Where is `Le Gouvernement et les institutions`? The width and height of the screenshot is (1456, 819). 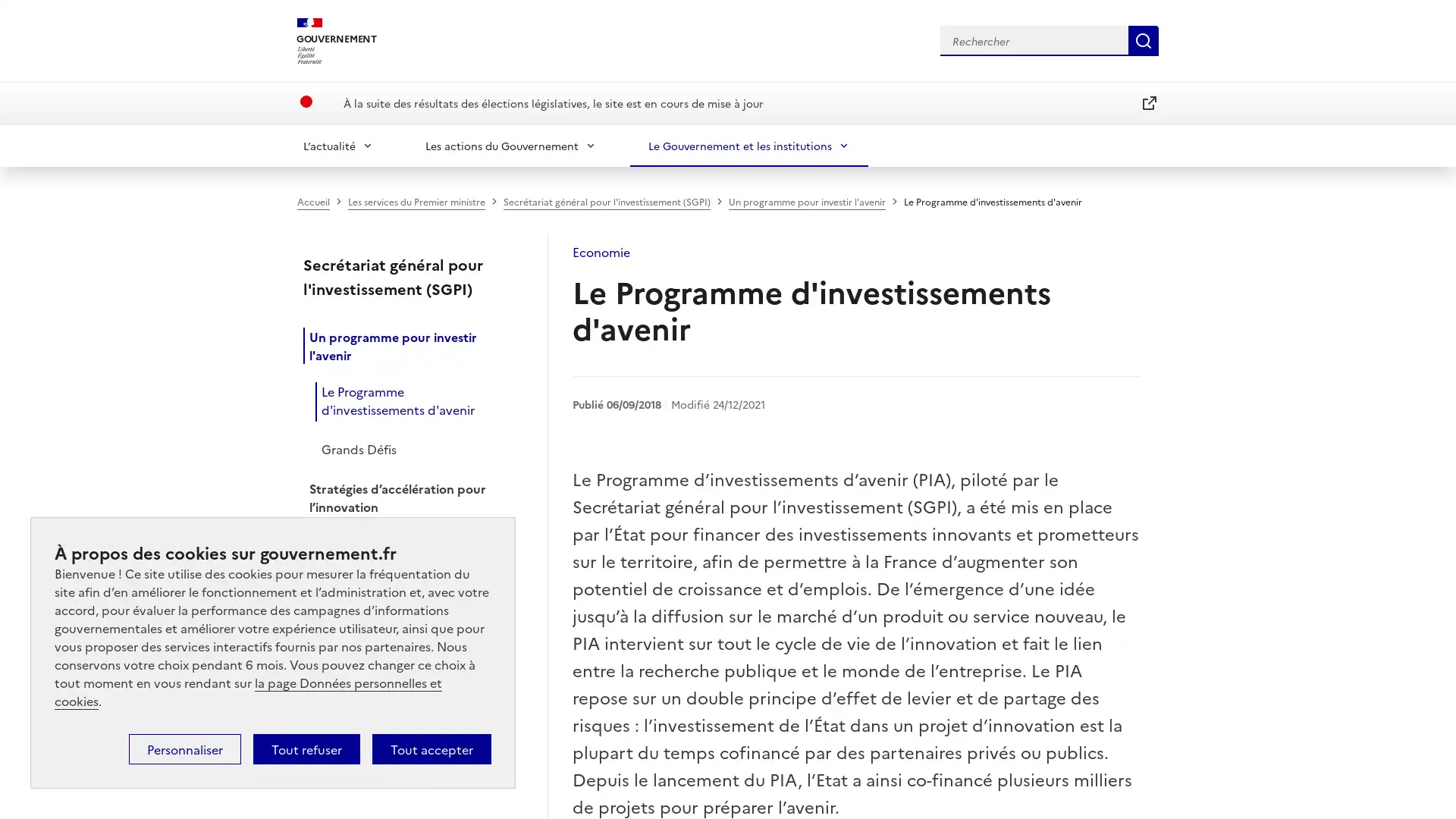 Le Gouvernement et les institutions is located at coordinates (749, 145).